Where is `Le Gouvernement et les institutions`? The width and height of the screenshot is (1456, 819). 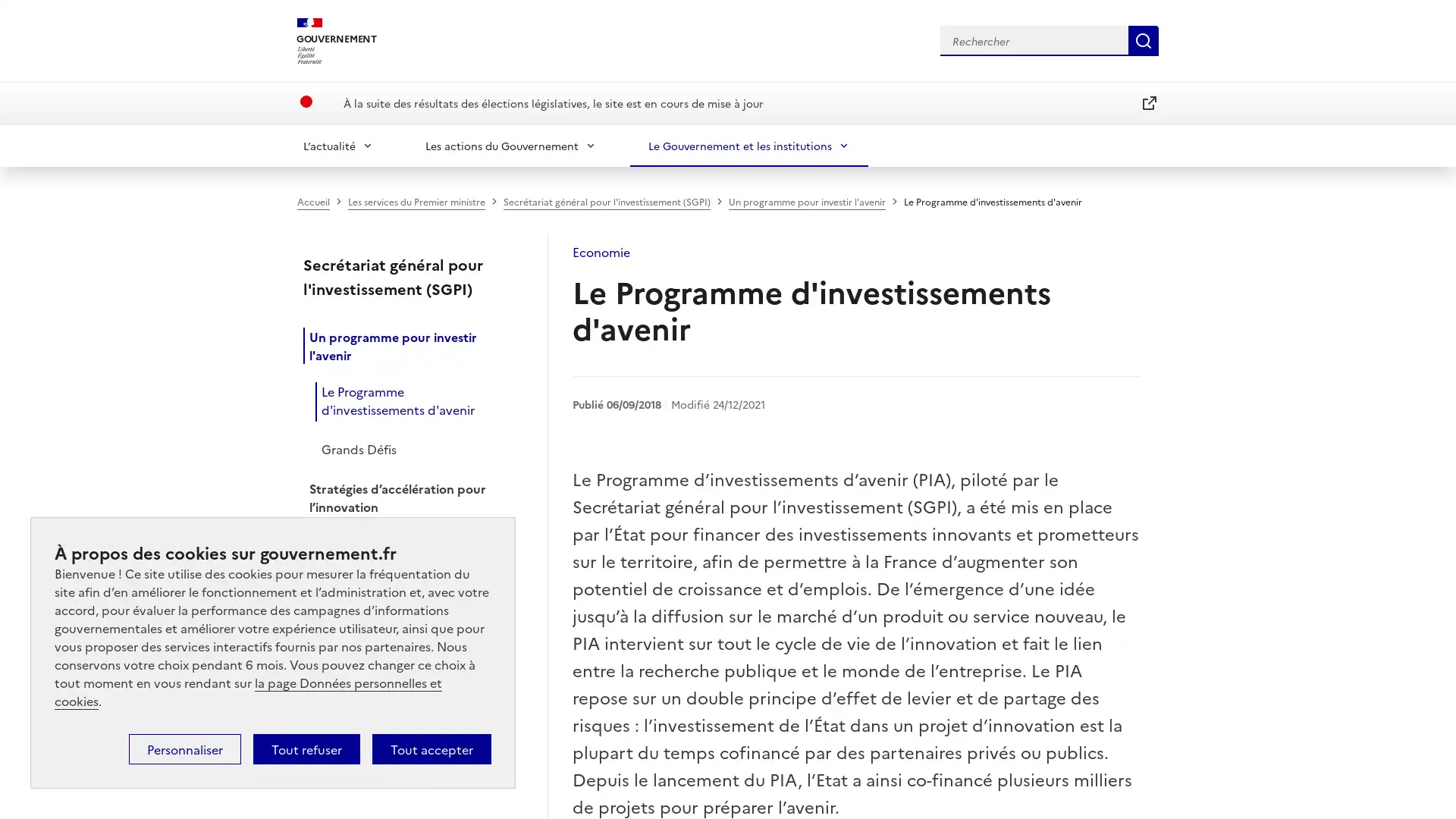 Le Gouvernement et les institutions is located at coordinates (749, 145).